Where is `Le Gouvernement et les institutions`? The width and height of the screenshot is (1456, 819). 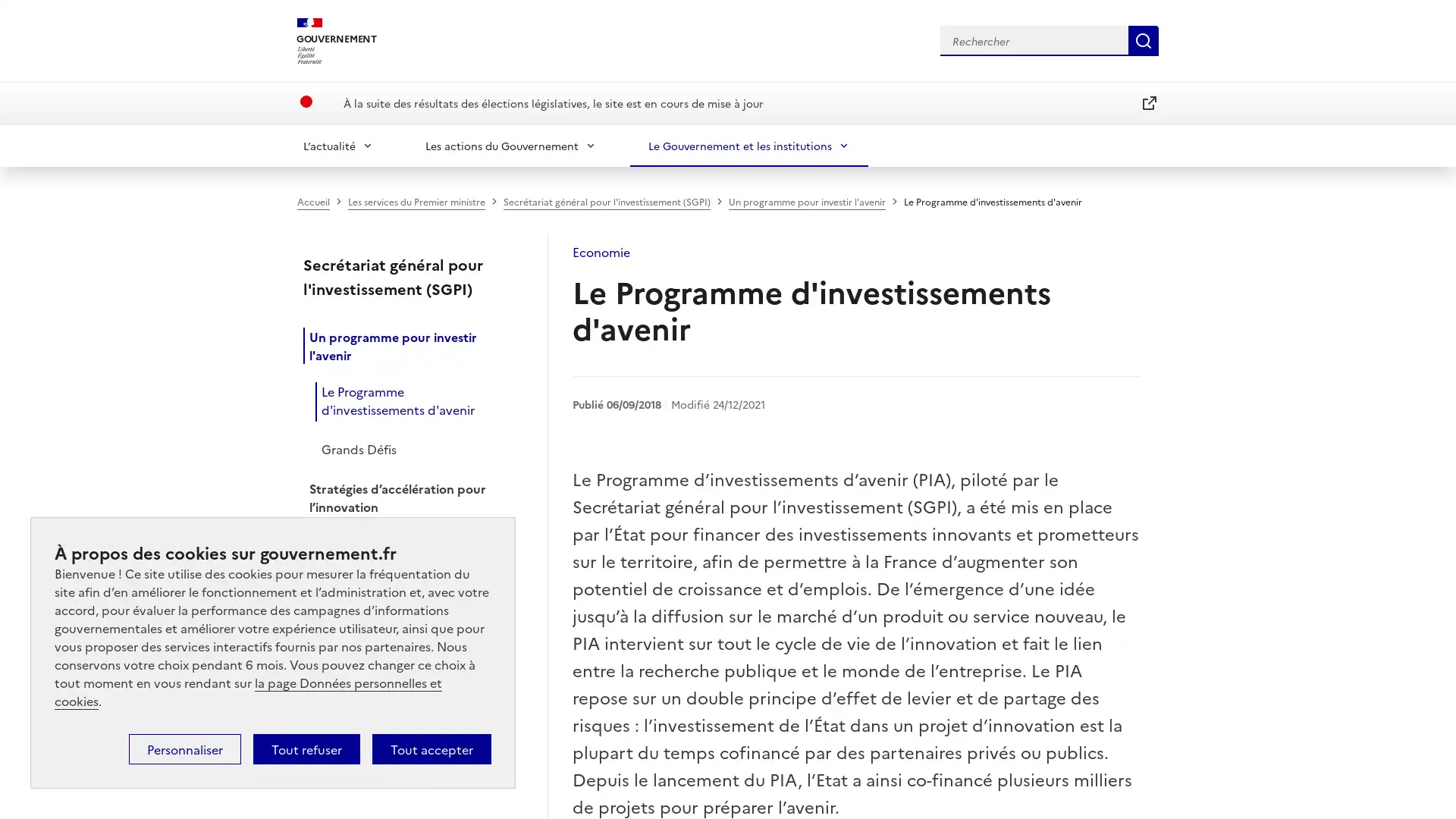 Le Gouvernement et les institutions is located at coordinates (749, 145).